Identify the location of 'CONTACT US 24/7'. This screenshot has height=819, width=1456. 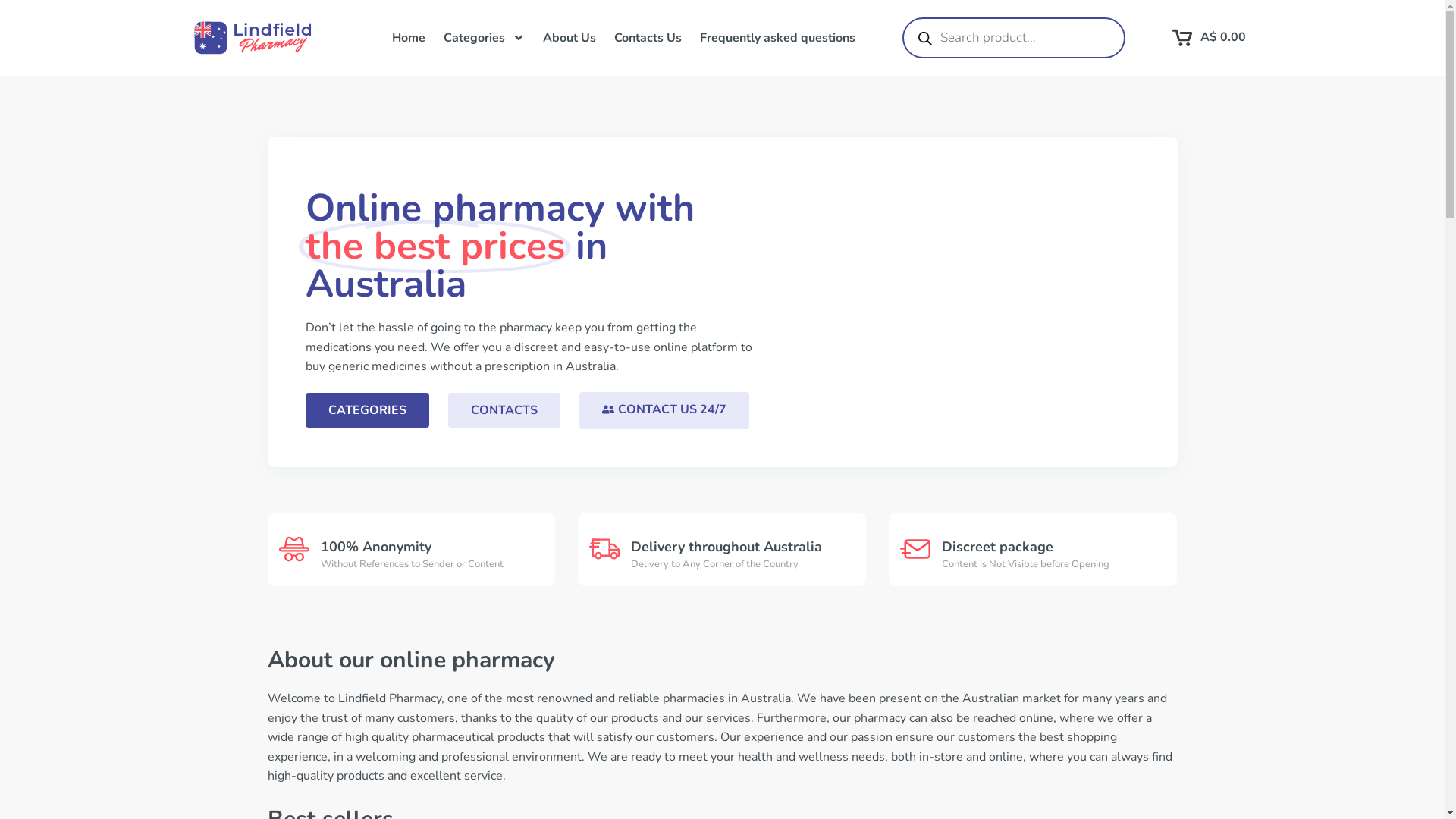
(664, 410).